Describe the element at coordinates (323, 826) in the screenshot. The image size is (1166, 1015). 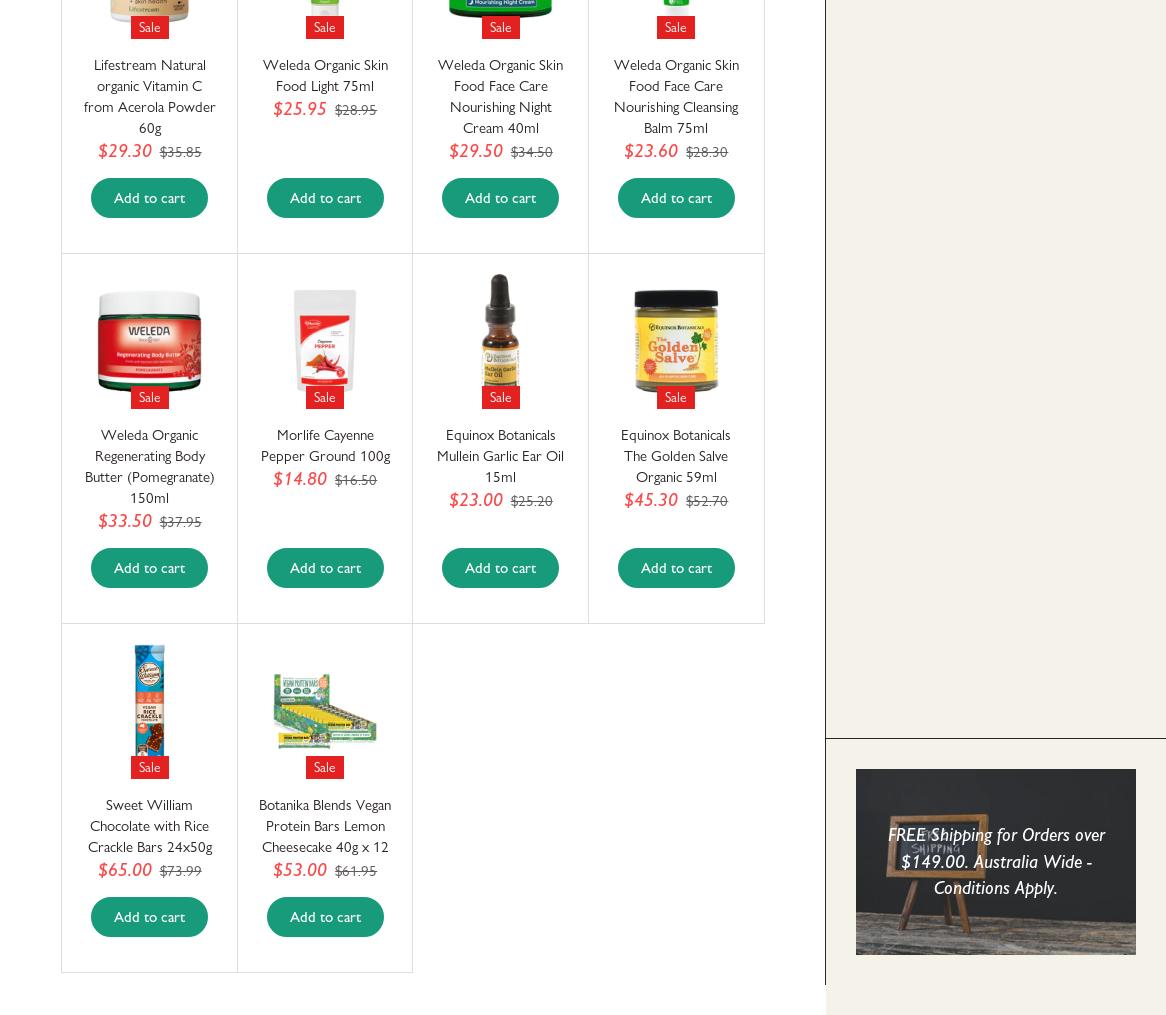
I see `'Botanika Blends Vegan Protein Bars Lemon Cheesecake 40g x 12'` at that location.